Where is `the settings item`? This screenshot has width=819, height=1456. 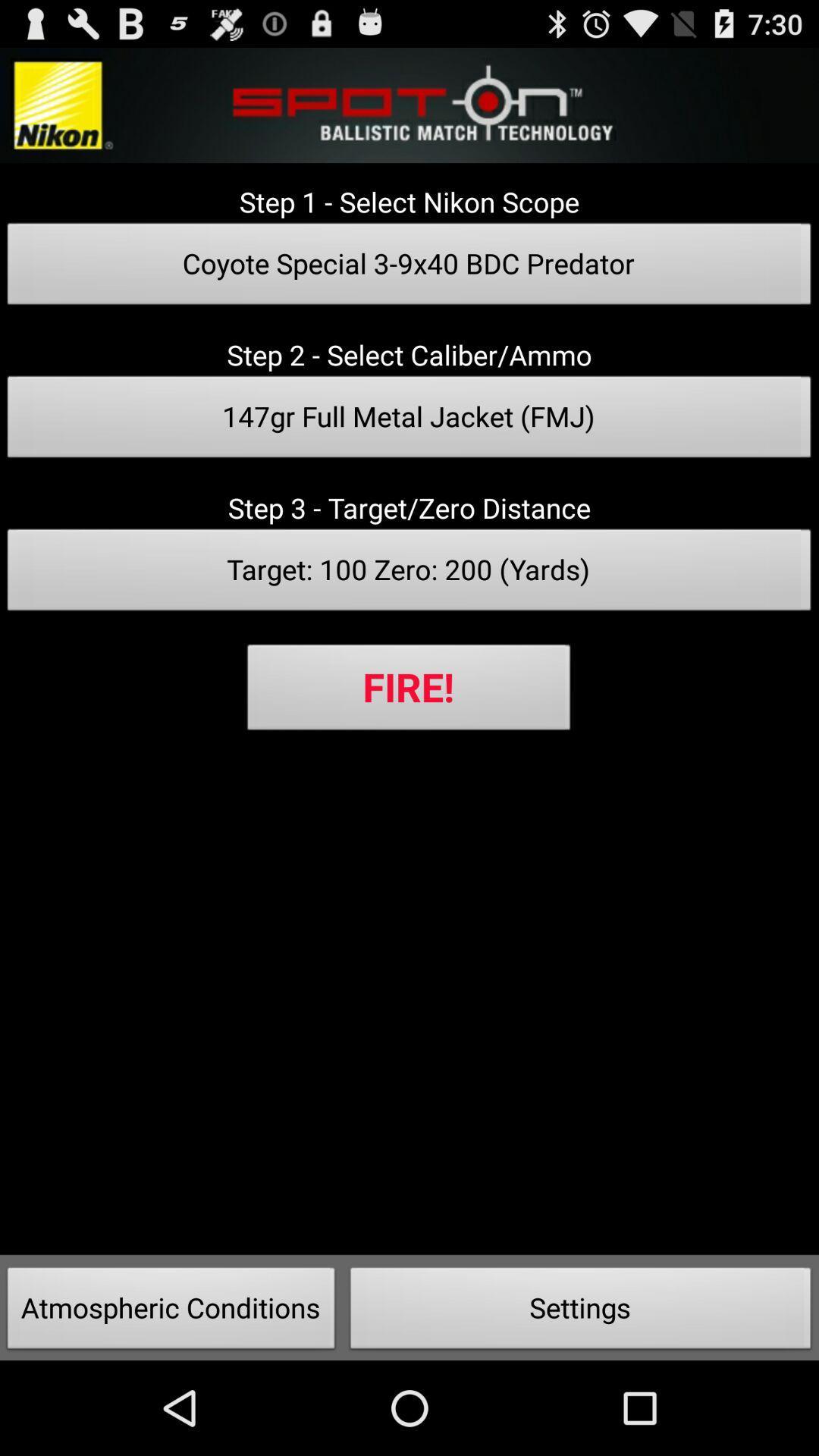
the settings item is located at coordinates (580, 1312).